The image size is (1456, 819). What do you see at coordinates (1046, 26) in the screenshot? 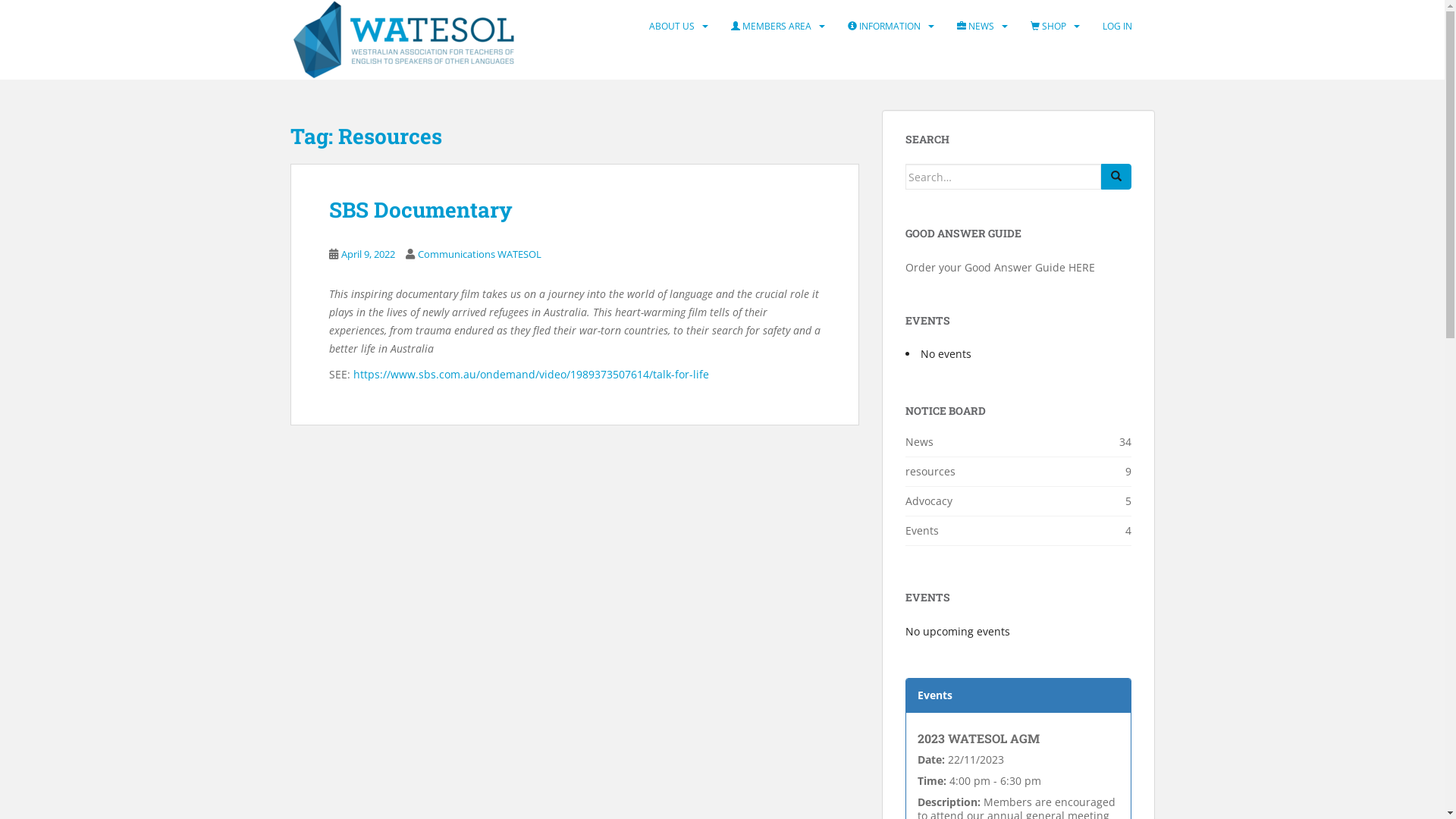
I see `'SHOP'` at bounding box center [1046, 26].